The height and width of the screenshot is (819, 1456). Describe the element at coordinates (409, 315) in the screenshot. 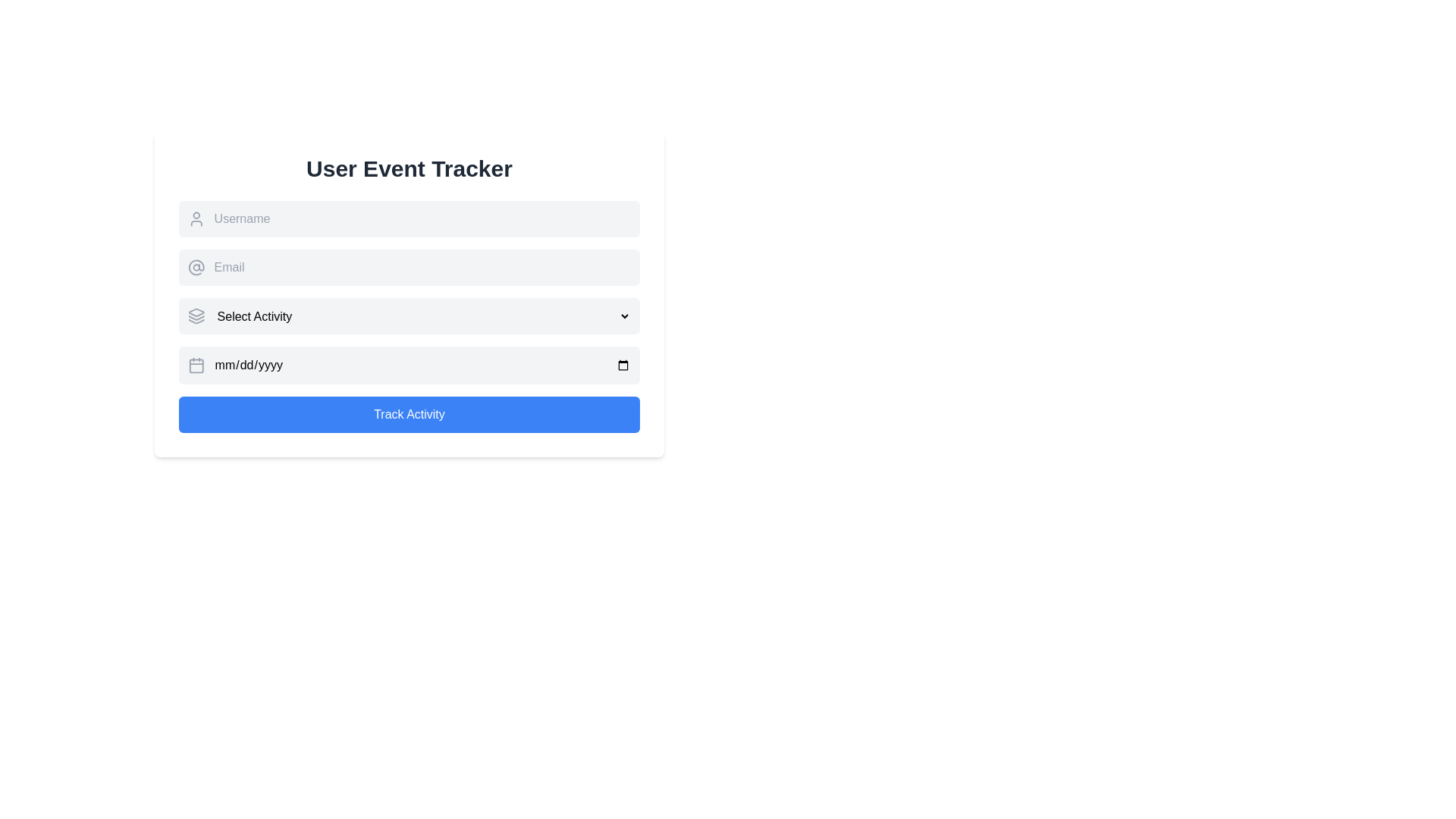

I see `the dropdown menu located third in sequence within the form area, positioned below the 'Email' field and above the 'Date' field` at that location.